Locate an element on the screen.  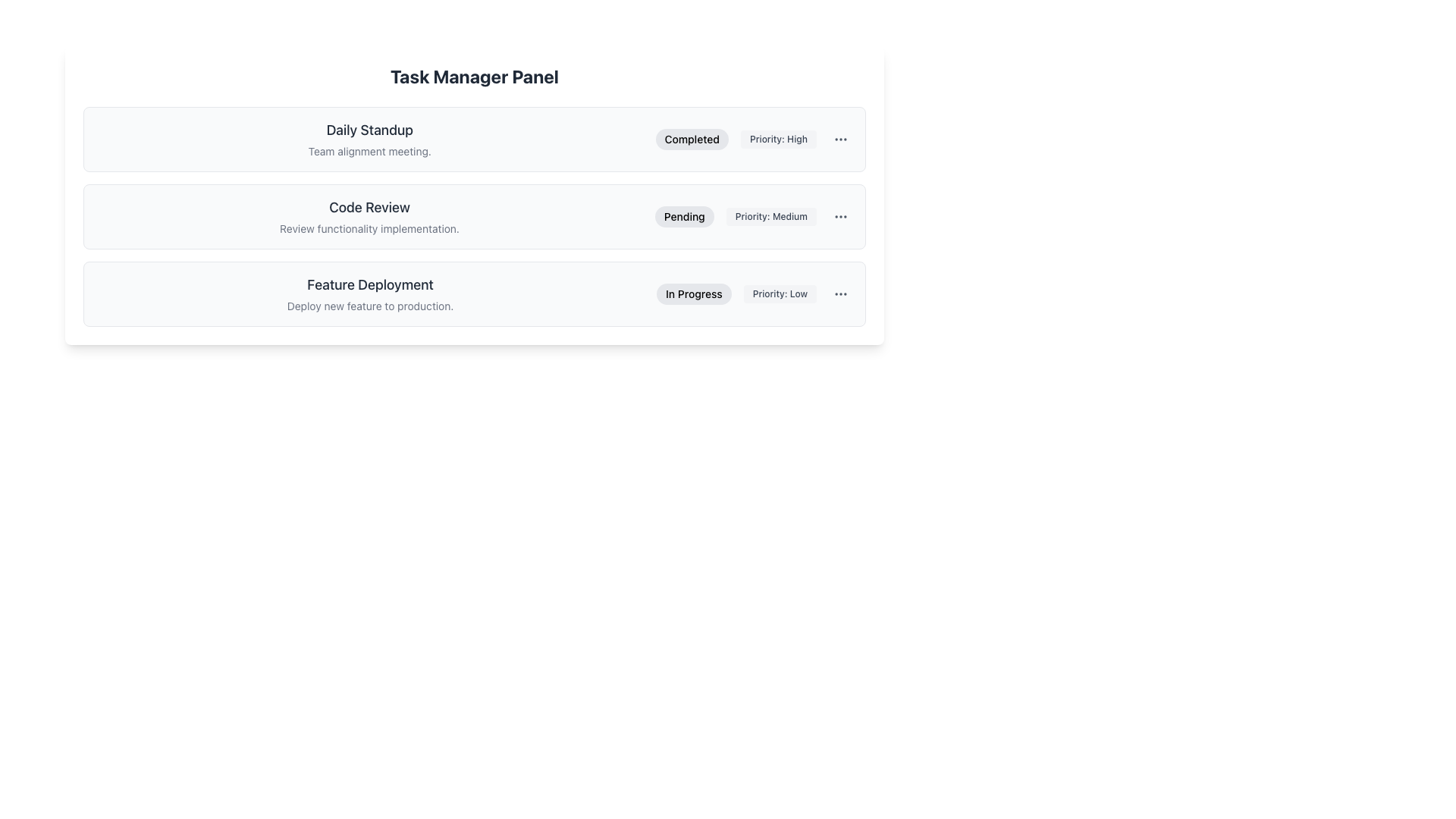
the 'Pending' Status label located in the 'Code Review' task details, positioned to the left of the 'Priority: Medium' label and above the three dots button is located at coordinates (683, 216).